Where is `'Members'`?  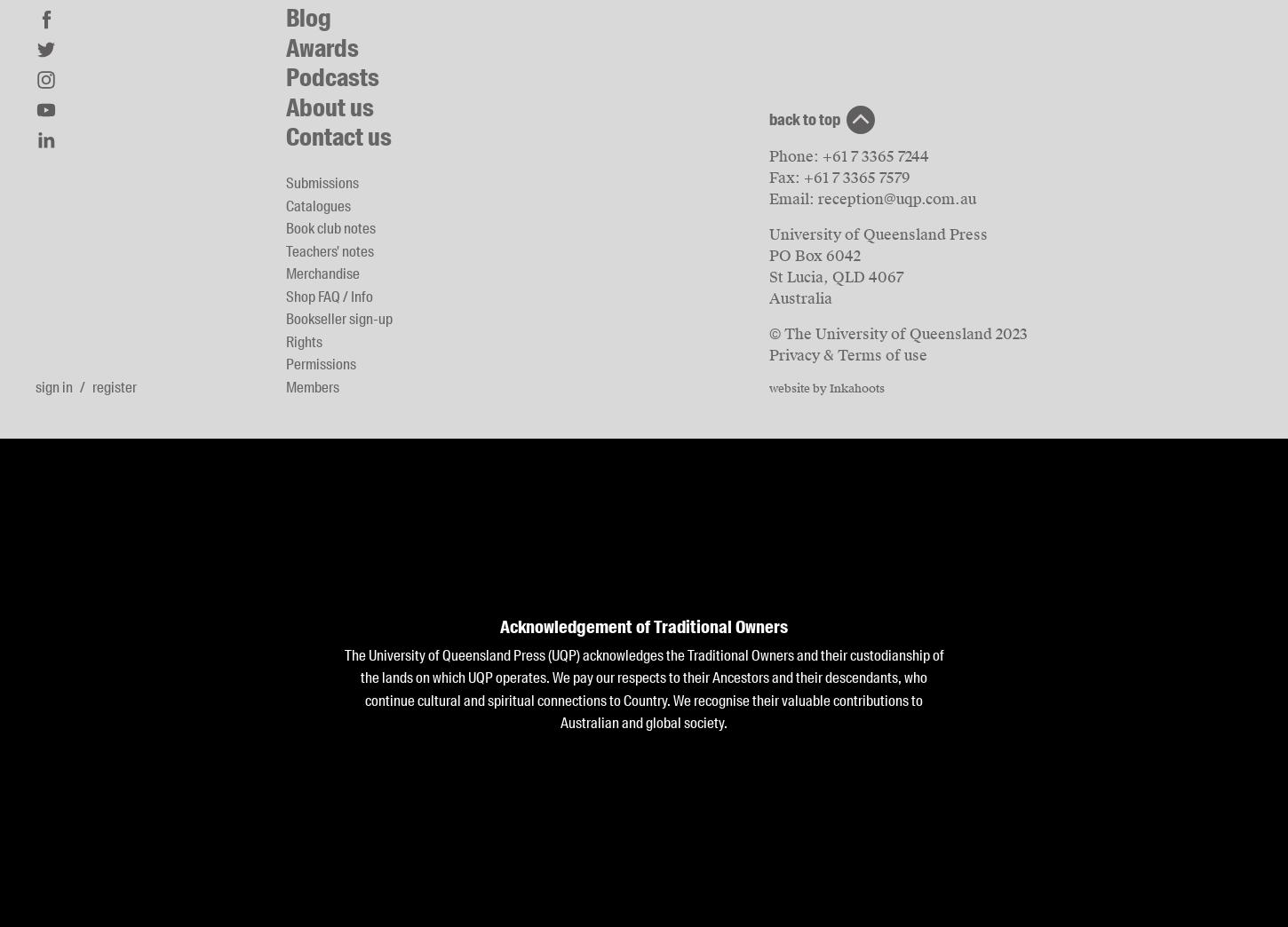
'Members' is located at coordinates (313, 385).